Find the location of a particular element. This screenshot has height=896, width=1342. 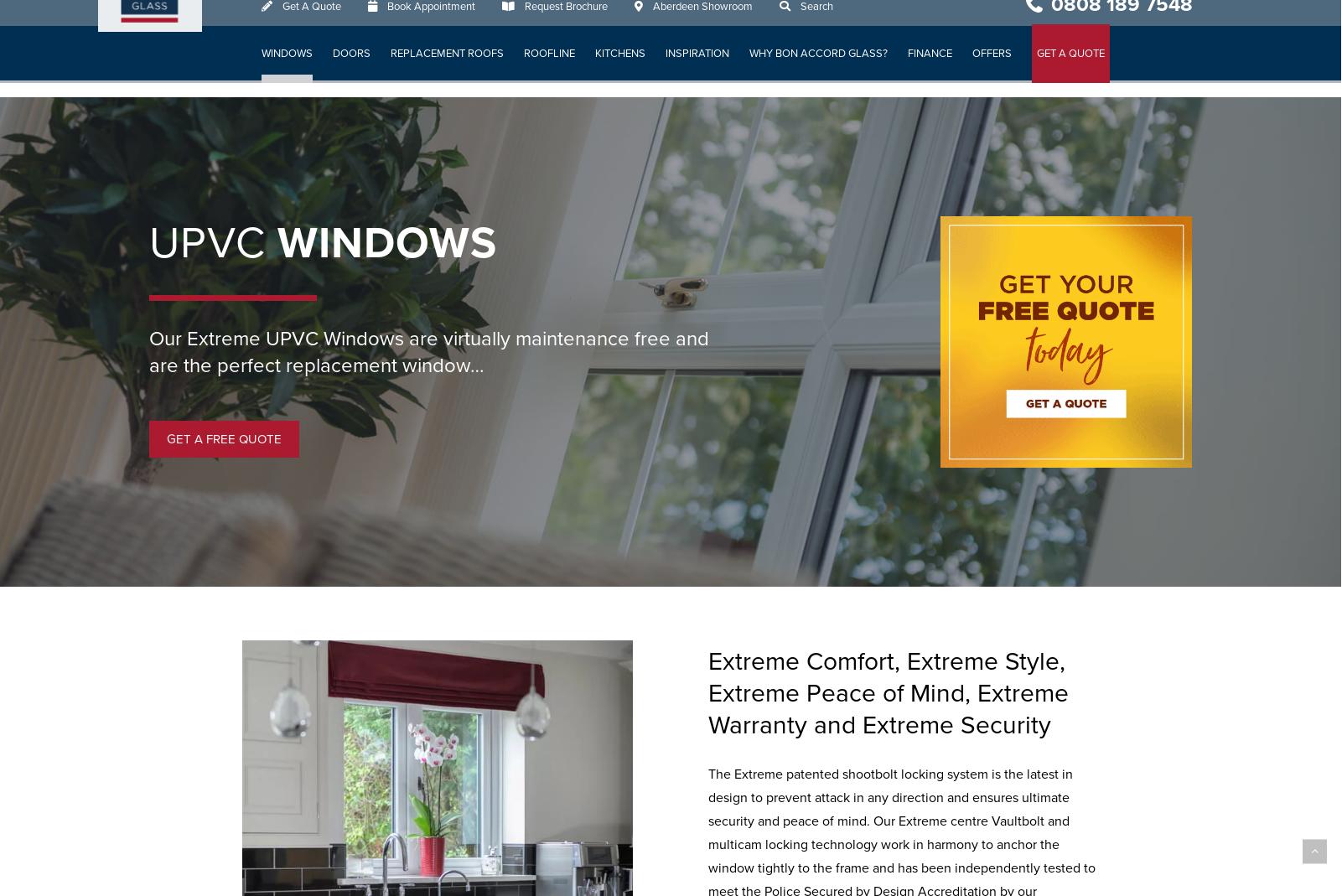

'Search' is located at coordinates (816, 19).